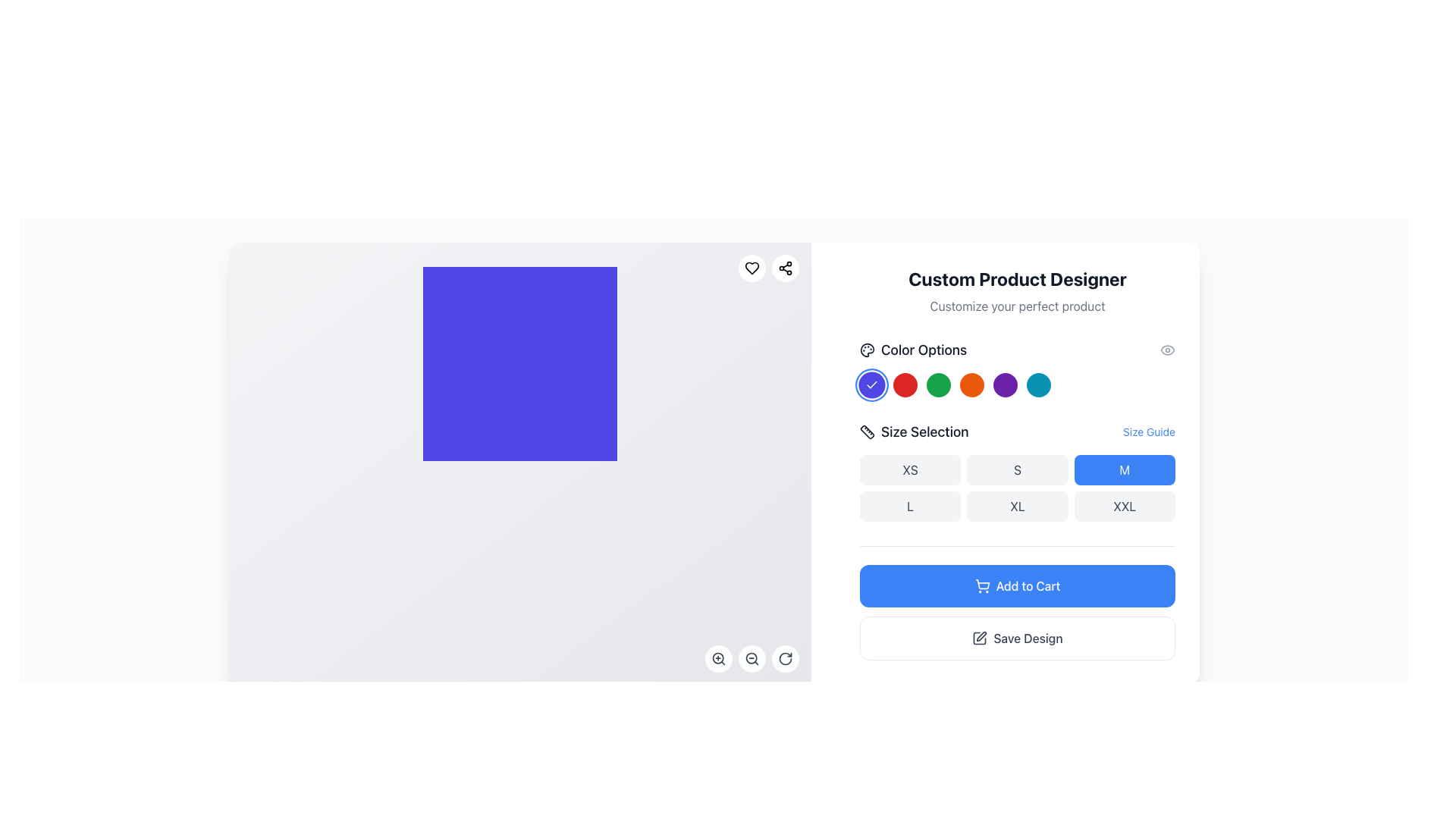  I want to click on the 'S' size selection button located in the 'Size Selection' section of the interface, so click(1018, 469).